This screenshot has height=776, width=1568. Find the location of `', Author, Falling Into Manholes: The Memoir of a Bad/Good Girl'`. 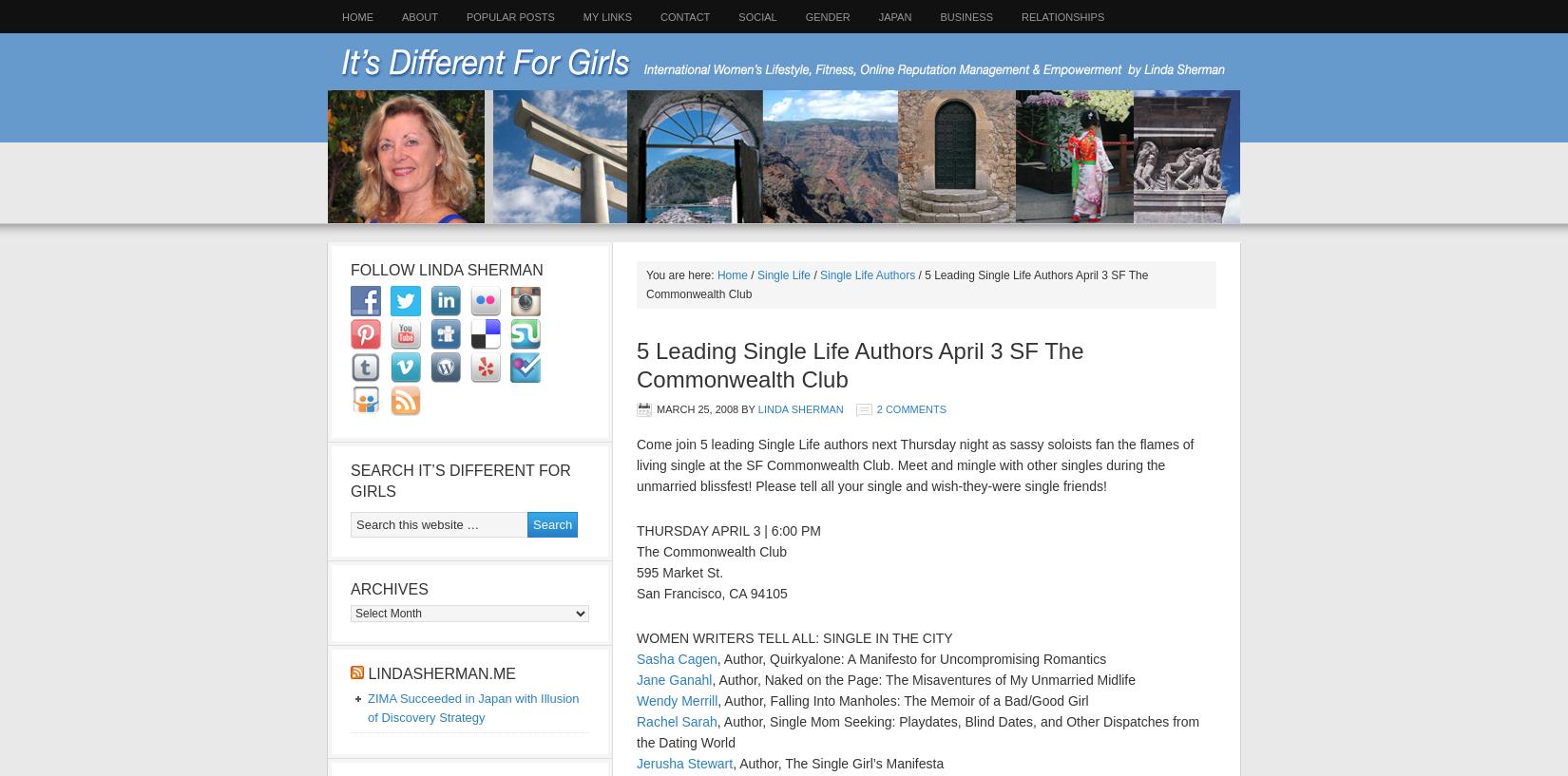

', Author, Falling Into Manholes: The Memoir of a Bad/Good Girl' is located at coordinates (717, 700).